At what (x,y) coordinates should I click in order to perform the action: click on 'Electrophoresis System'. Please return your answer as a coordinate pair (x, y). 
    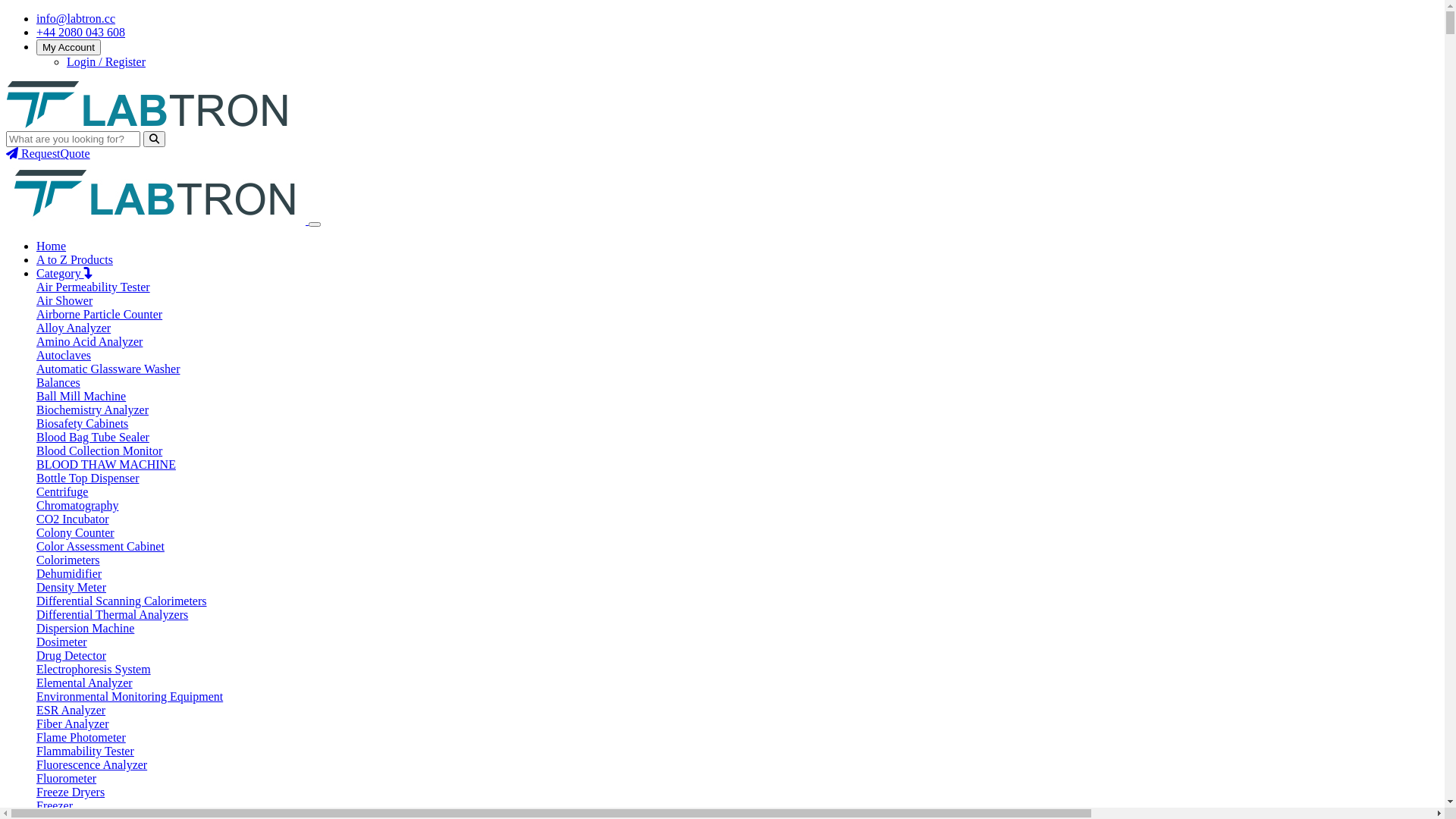
    Looking at the image, I should click on (36, 668).